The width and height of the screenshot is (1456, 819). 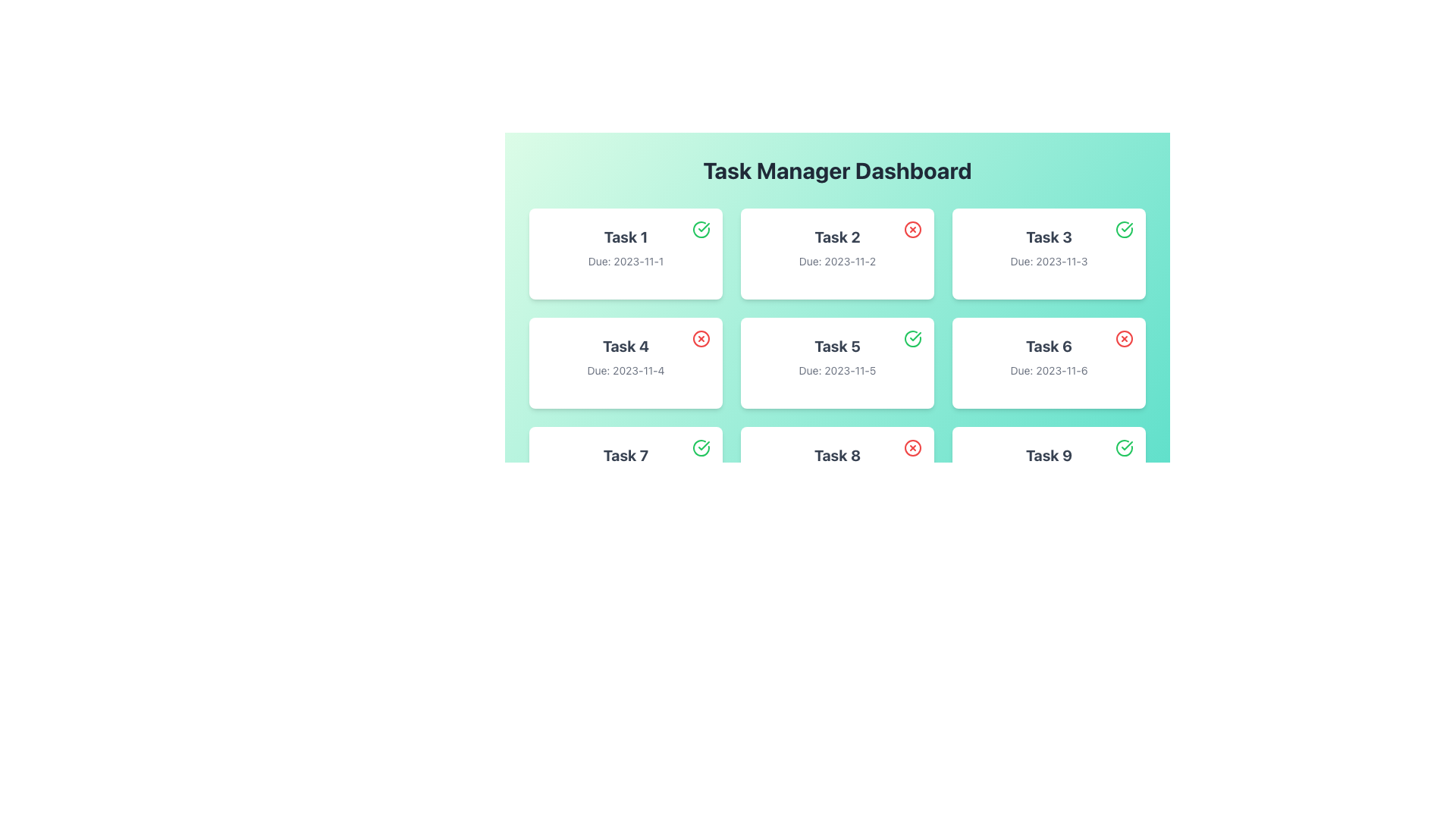 What do you see at coordinates (1125, 230) in the screenshot?
I see `the completion icon located in the top-right corner of the 'Task 3' card` at bounding box center [1125, 230].